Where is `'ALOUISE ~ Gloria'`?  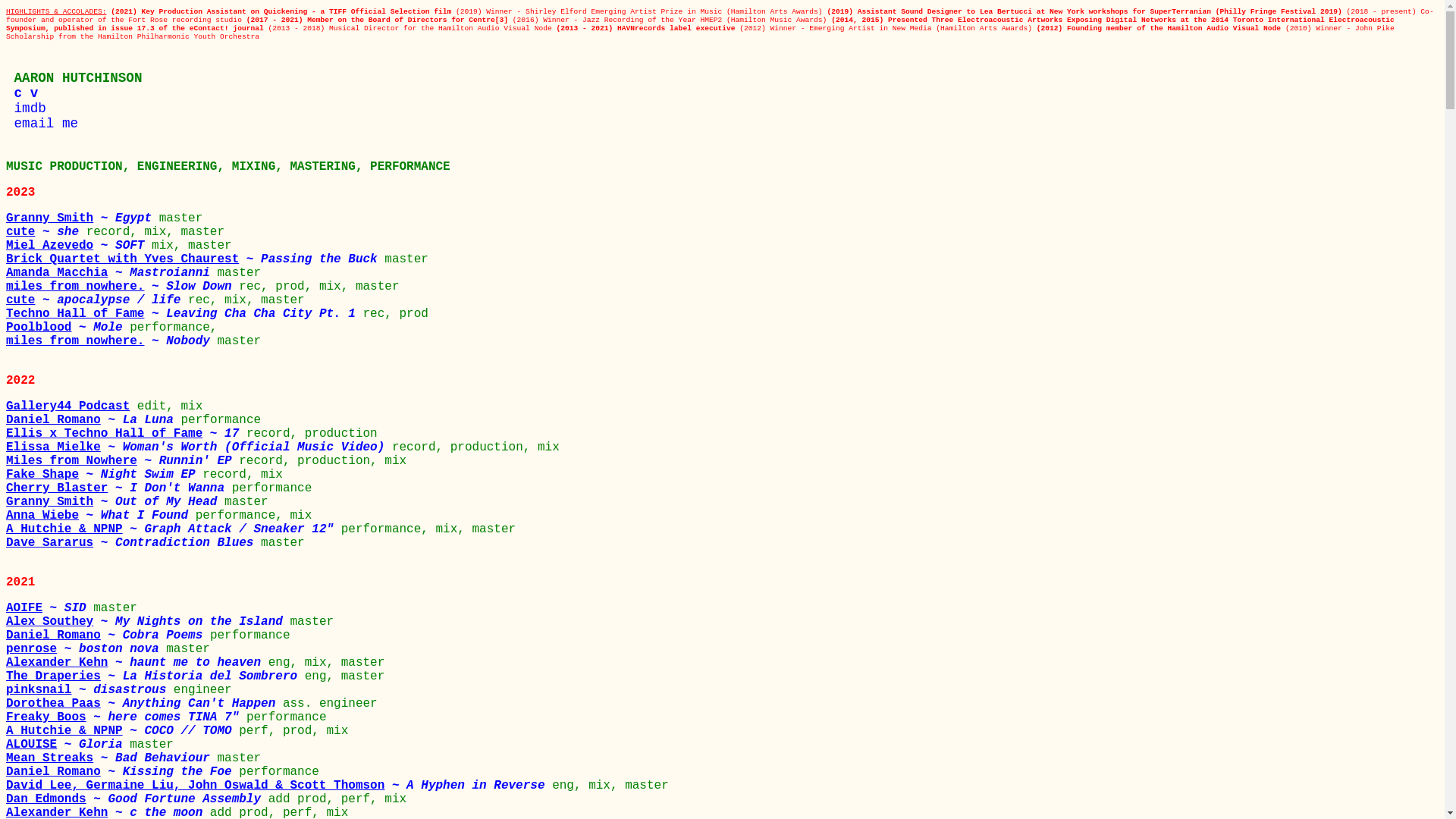 'ALOUISE ~ Gloria' is located at coordinates (67, 744).